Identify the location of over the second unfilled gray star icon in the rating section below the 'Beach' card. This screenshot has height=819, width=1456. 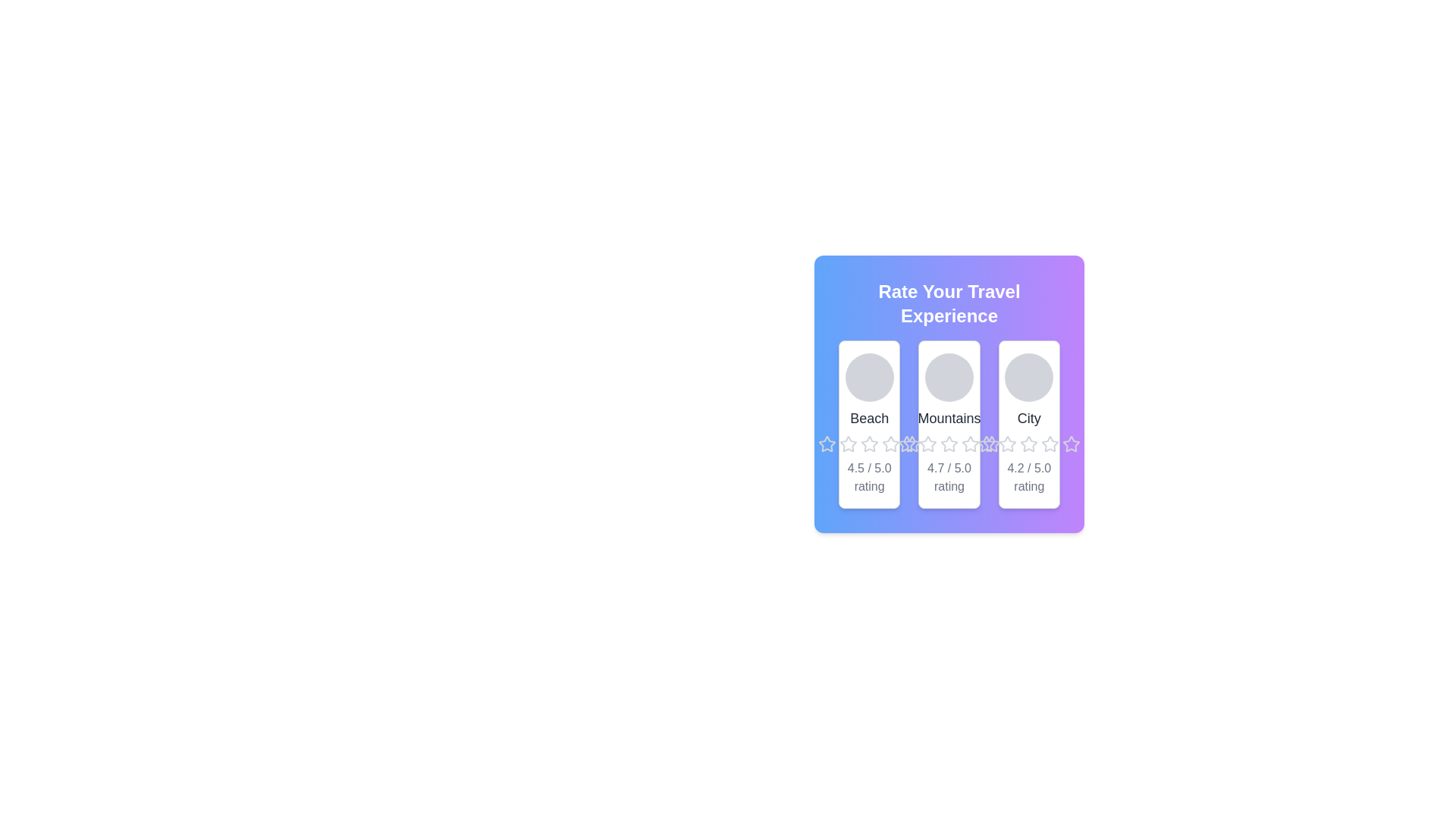
(847, 444).